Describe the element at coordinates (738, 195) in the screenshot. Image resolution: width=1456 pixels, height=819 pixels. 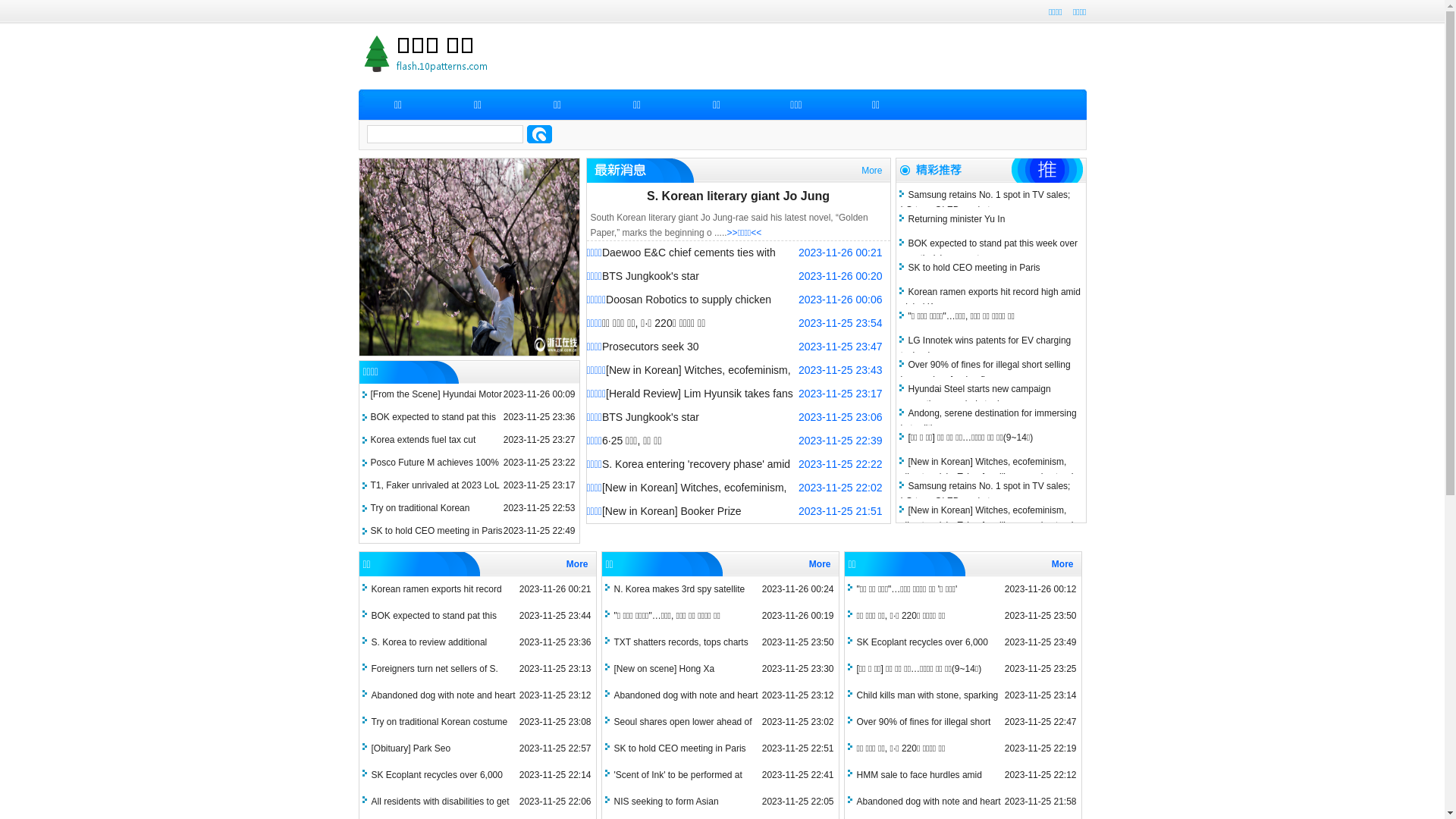
I see `'S. Korean literary giant Jo Jung'` at that location.